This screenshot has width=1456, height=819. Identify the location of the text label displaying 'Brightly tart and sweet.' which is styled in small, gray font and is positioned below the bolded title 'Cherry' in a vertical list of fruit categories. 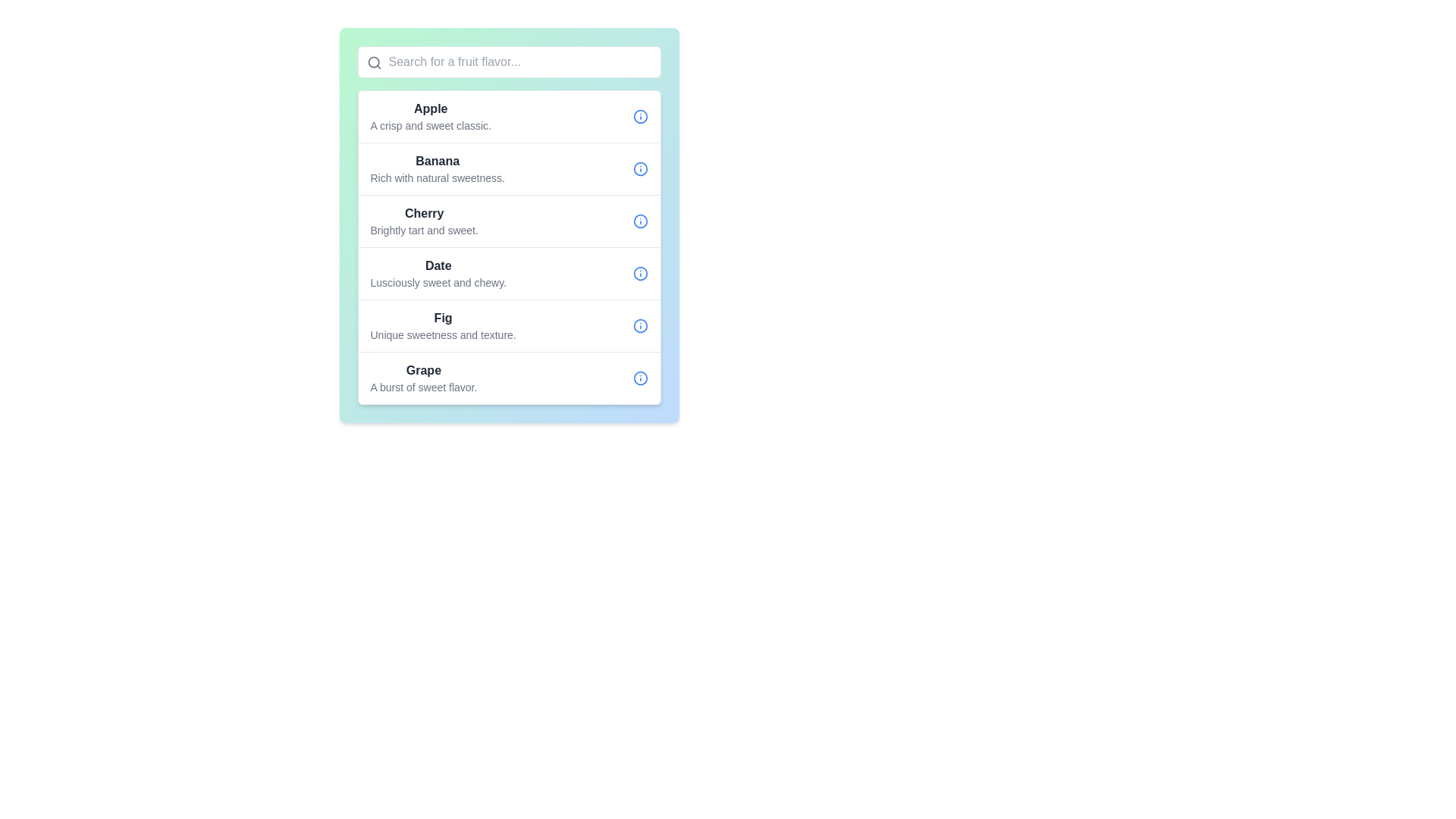
(424, 231).